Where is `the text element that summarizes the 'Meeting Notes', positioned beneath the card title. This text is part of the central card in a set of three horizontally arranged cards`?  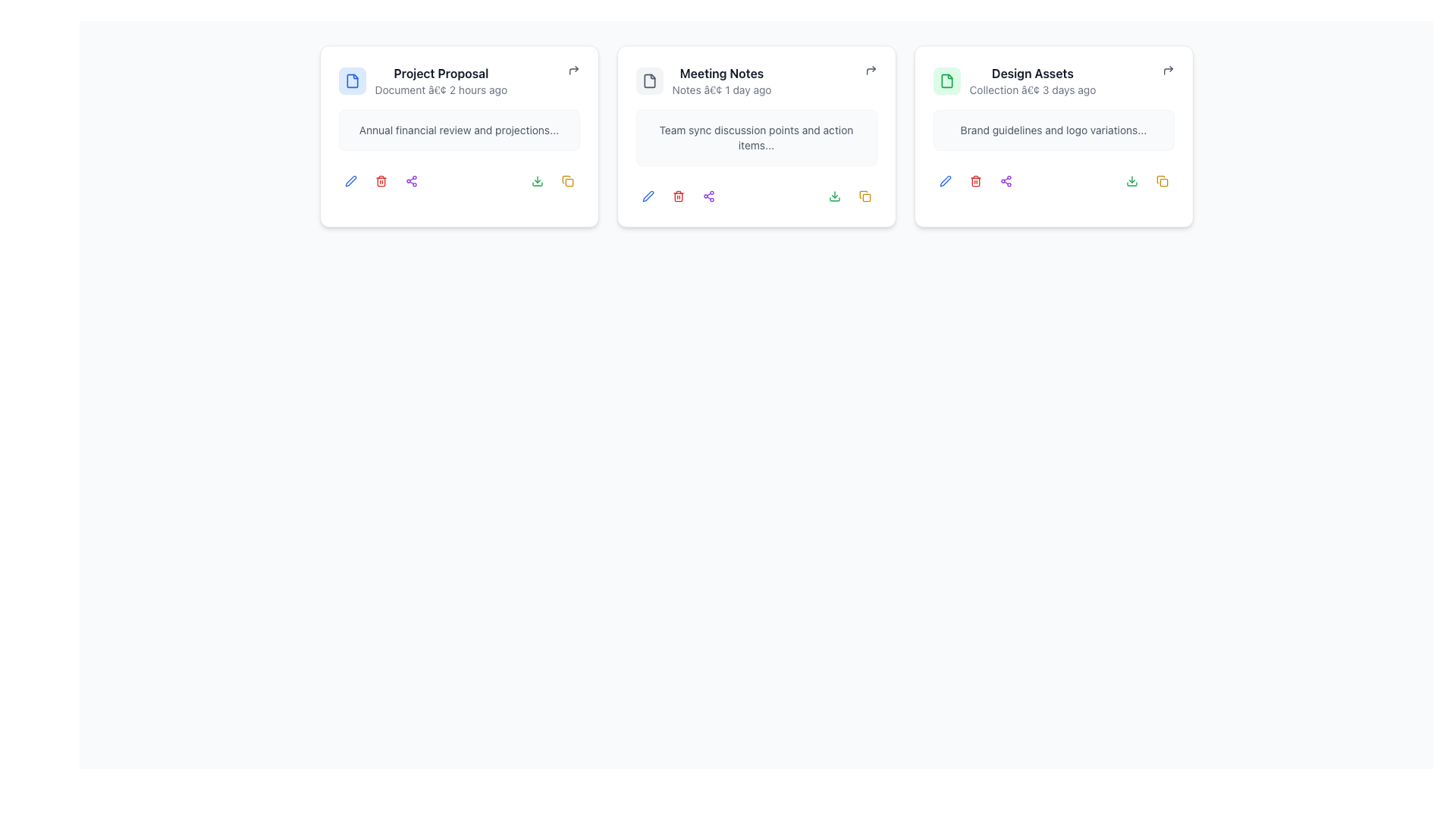
the text element that summarizes the 'Meeting Notes', positioned beneath the card title. This text is part of the central card in a set of three horizontally arranged cards is located at coordinates (756, 137).